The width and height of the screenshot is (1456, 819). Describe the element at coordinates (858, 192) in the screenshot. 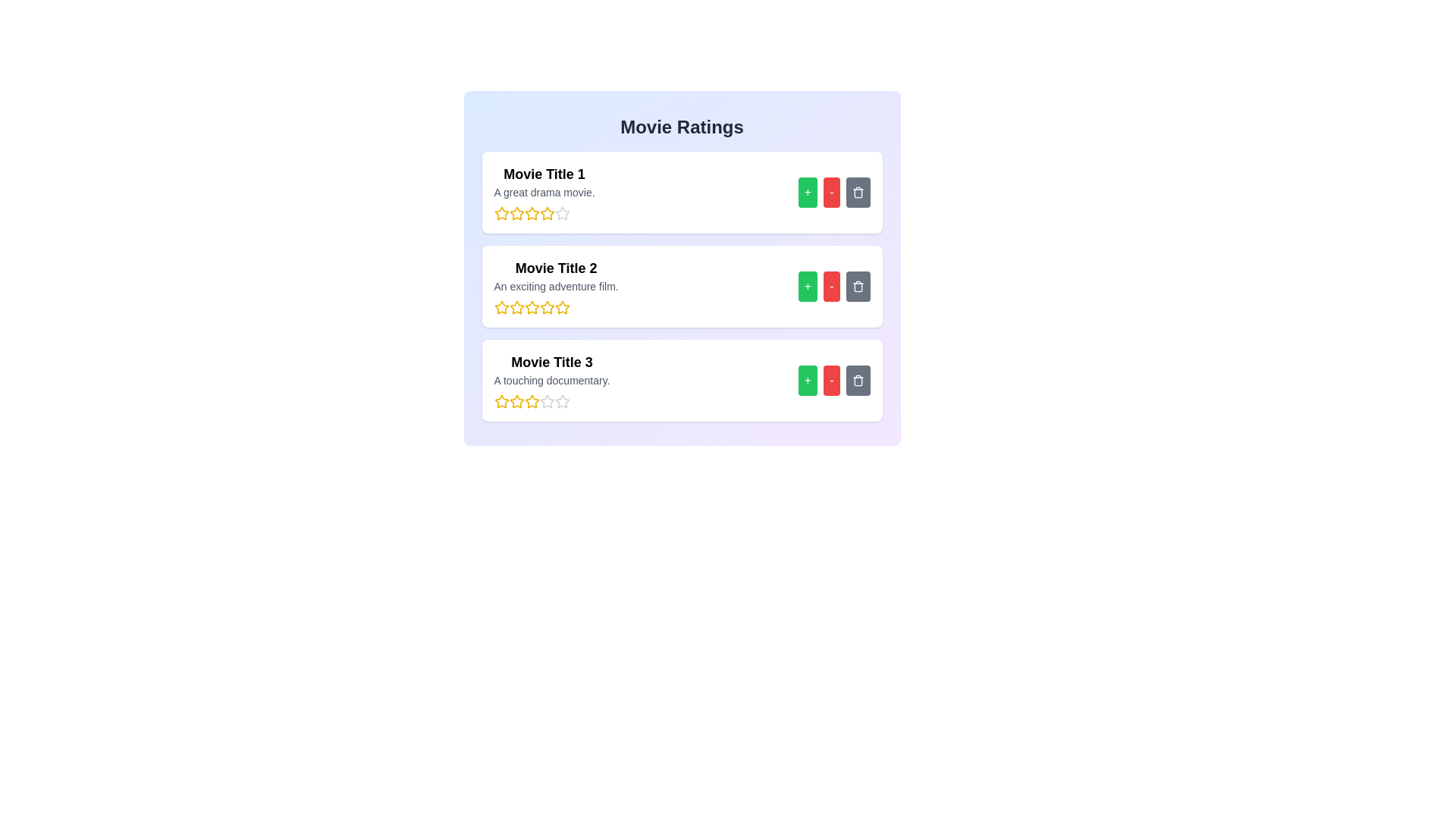

I see `trash icon for the movie titled Movie Title 1 to remove it from the list` at that location.